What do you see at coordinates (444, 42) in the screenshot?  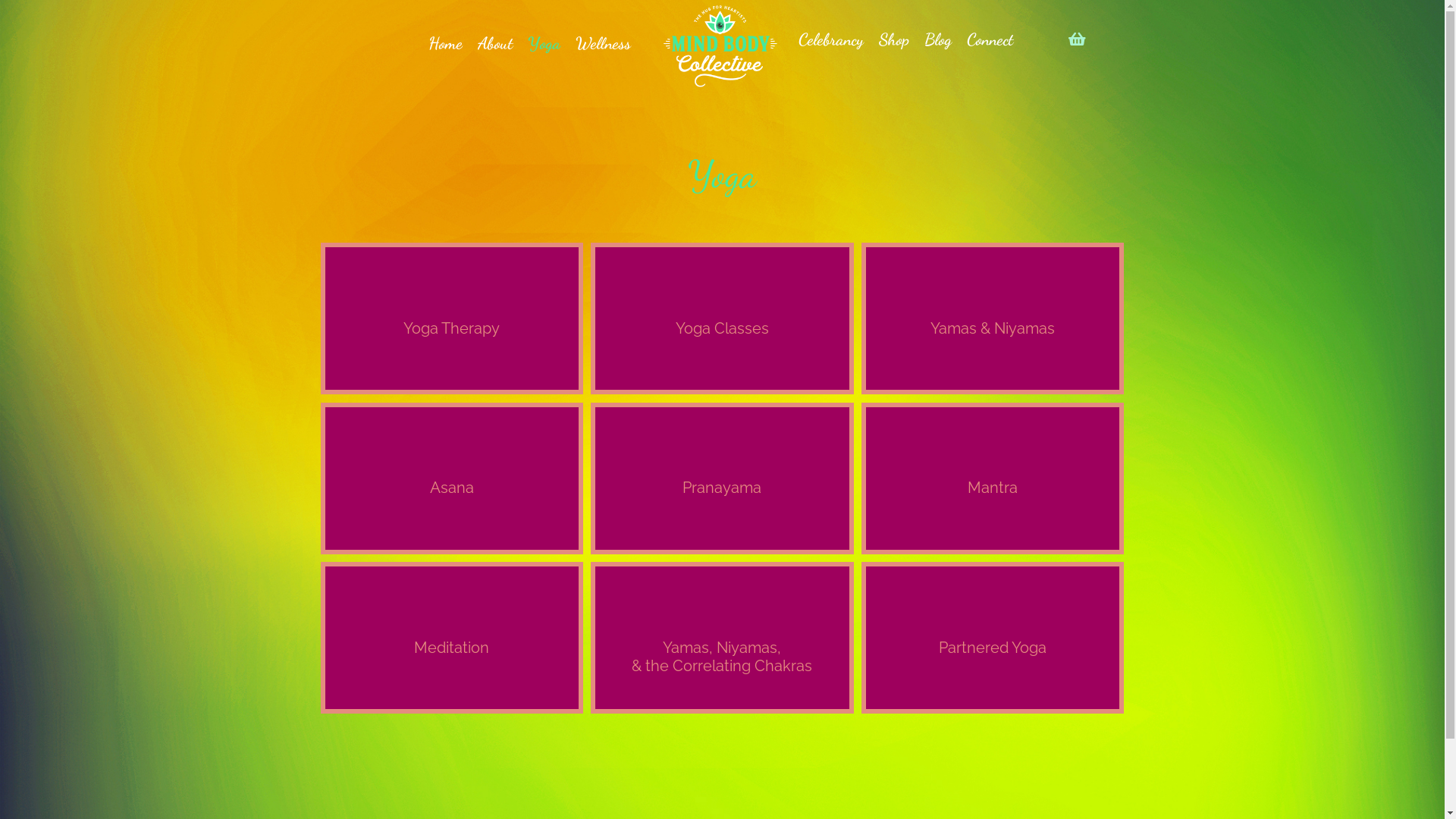 I see `'Home'` at bounding box center [444, 42].